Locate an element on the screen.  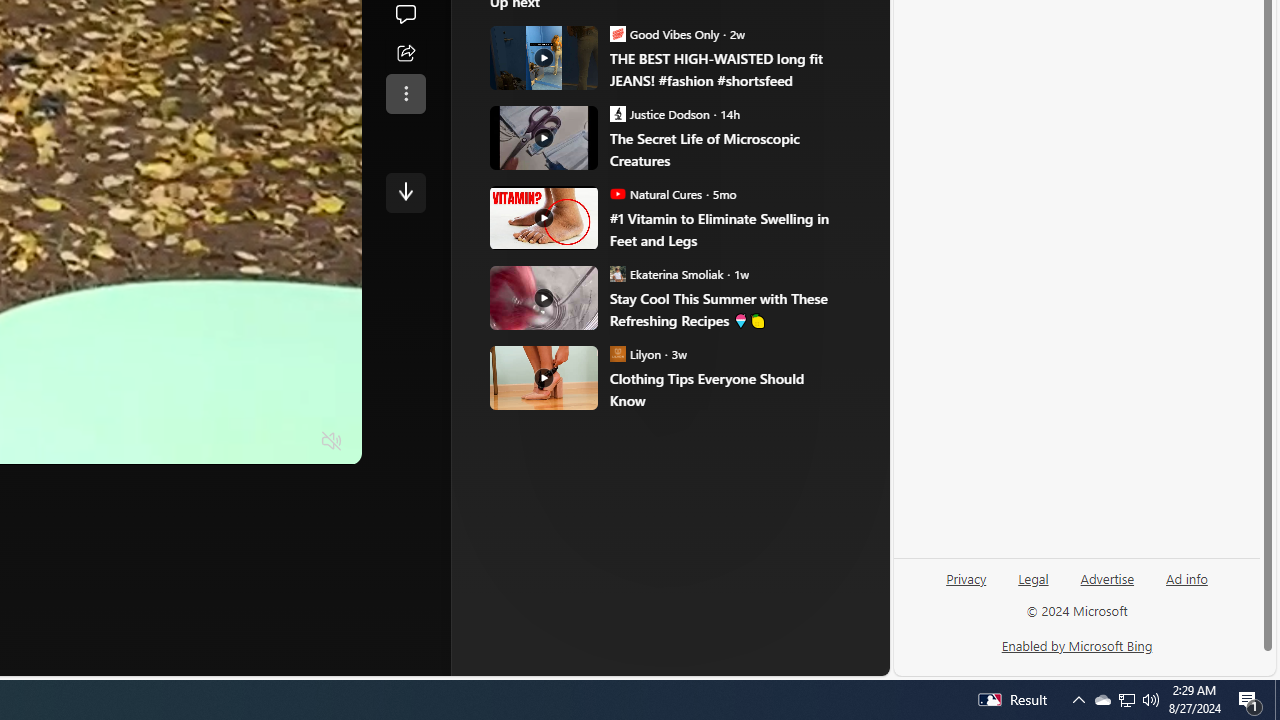
'THE BEST HIGH-WAISTED long fit JEANS! #fashion #shortsfeed' is located at coordinates (725, 69).